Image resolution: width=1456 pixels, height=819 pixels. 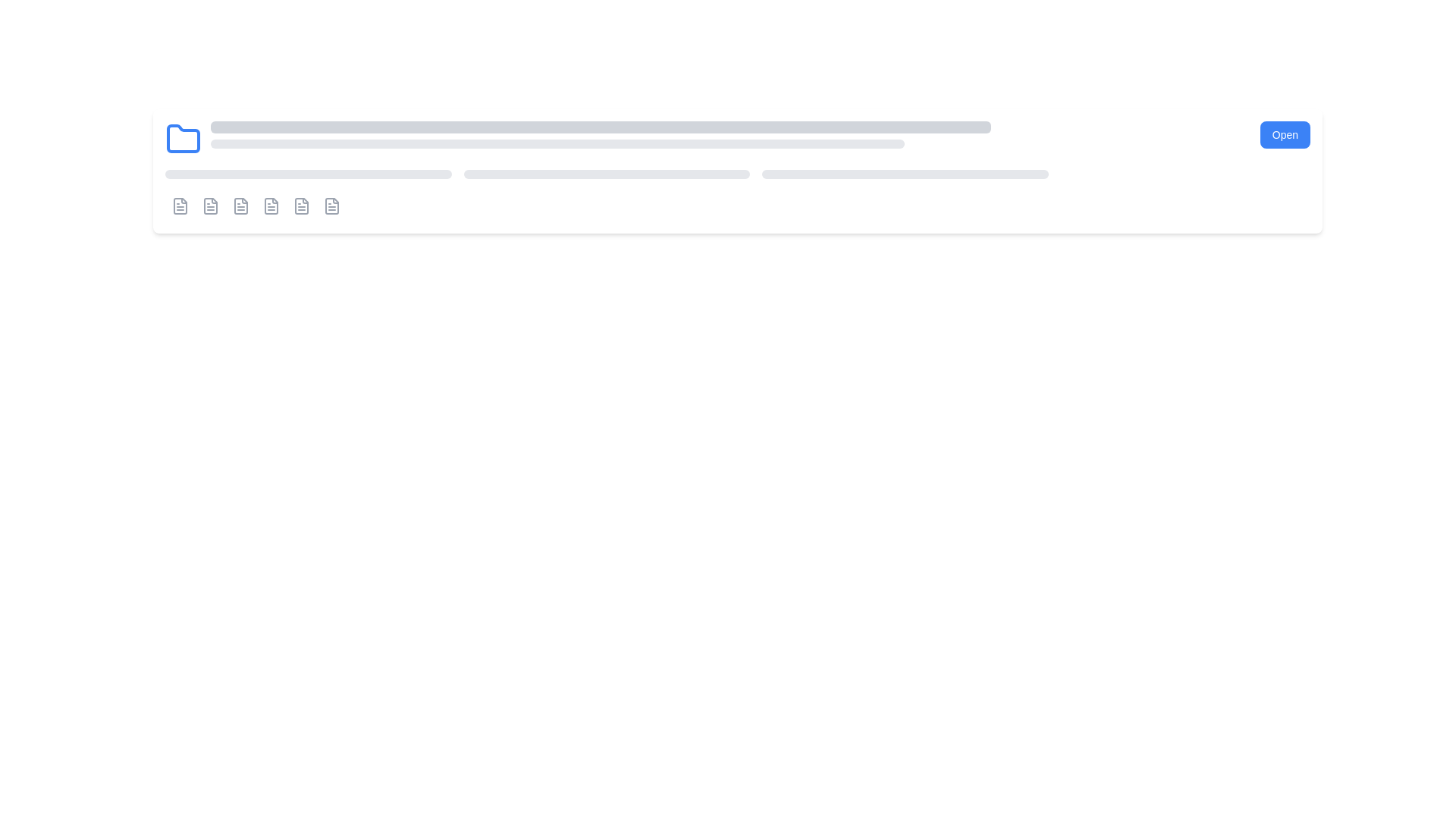 What do you see at coordinates (210, 206) in the screenshot?
I see `the first file icon in the row of file icons below the folder structure` at bounding box center [210, 206].